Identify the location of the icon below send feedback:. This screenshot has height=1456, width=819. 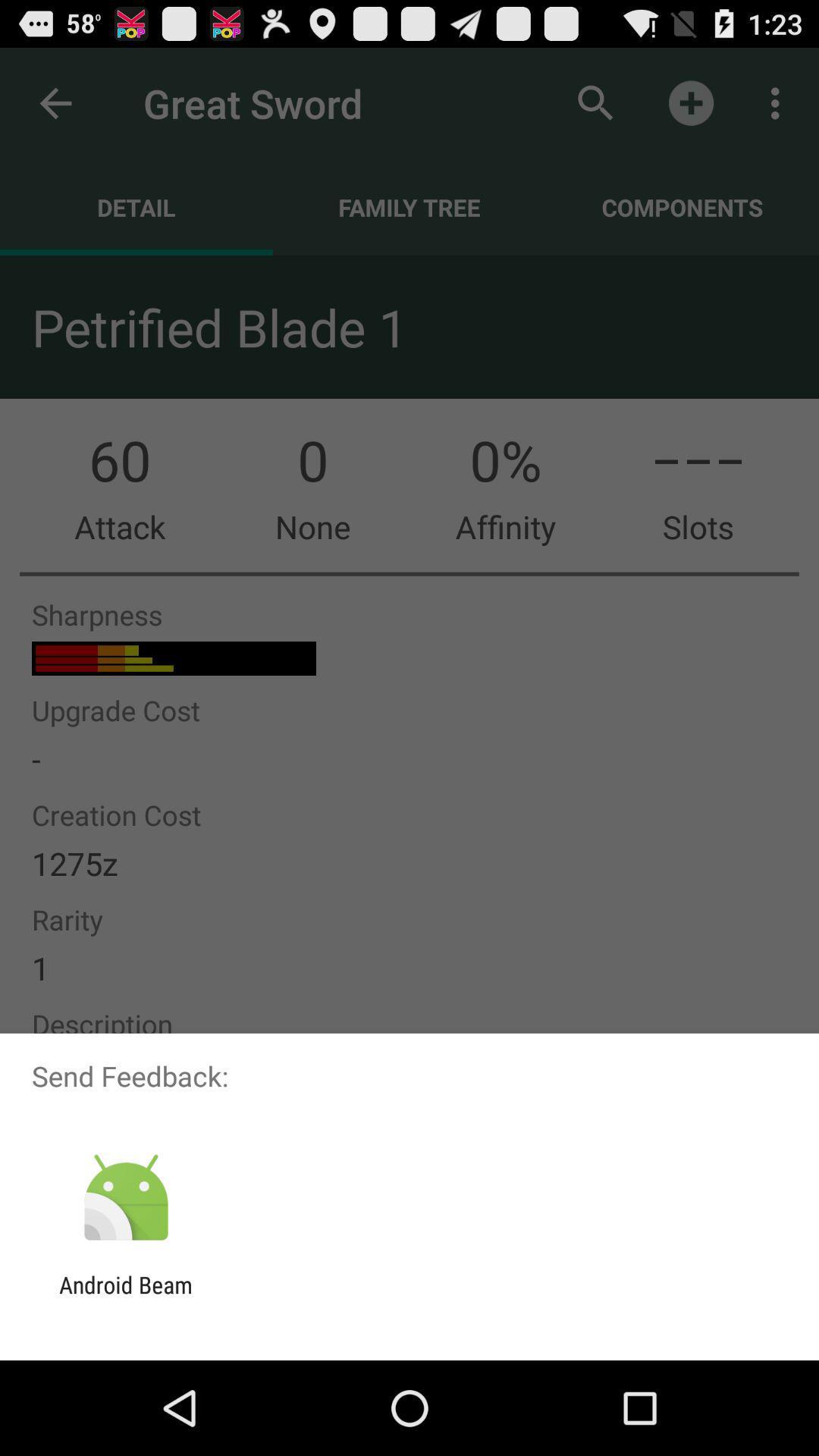
(125, 1197).